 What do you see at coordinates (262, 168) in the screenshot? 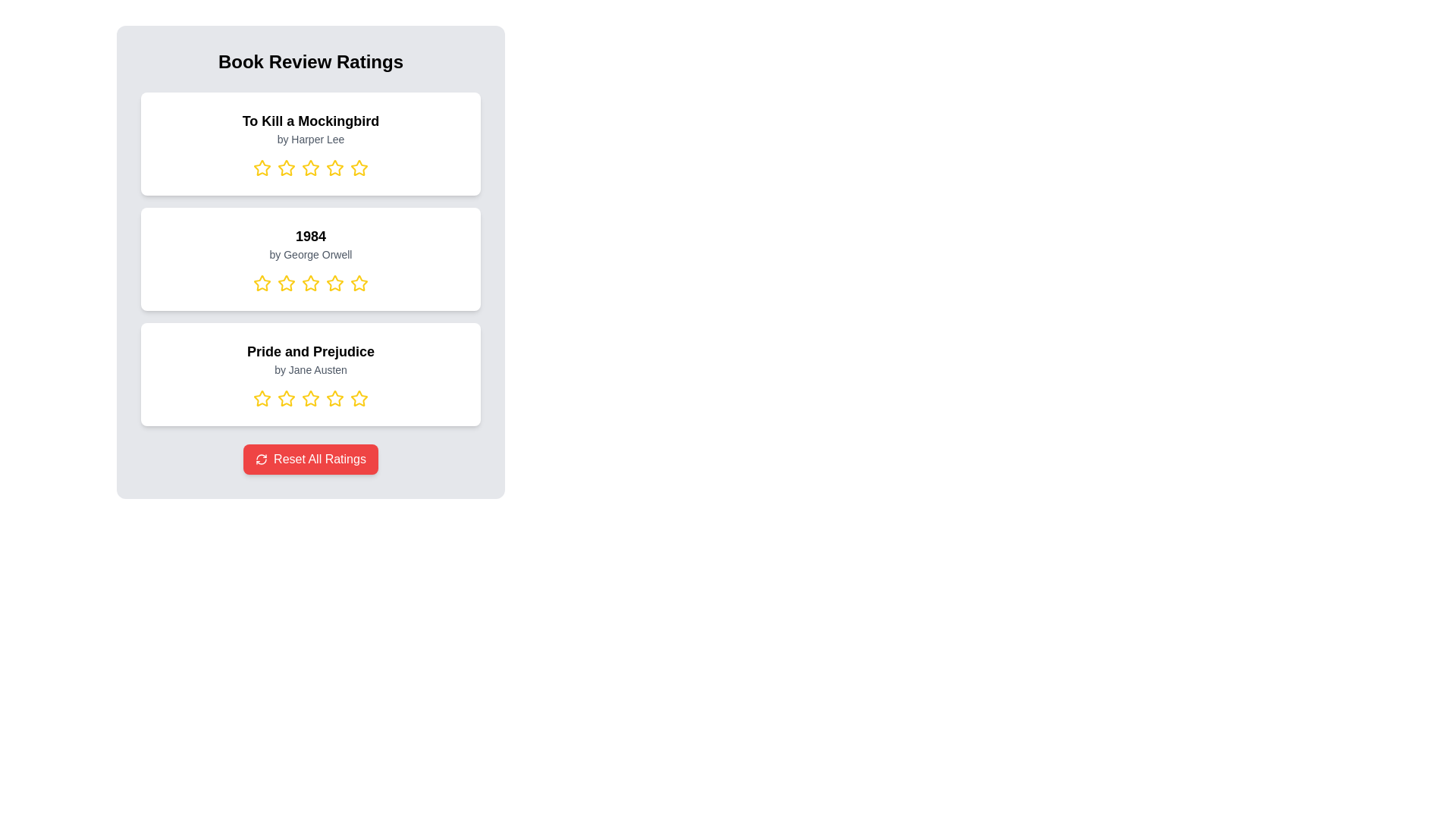
I see `the rating for a book by selecting 1 stars for the book titled To Kill a Mockingbird` at bounding box center [262, 168].